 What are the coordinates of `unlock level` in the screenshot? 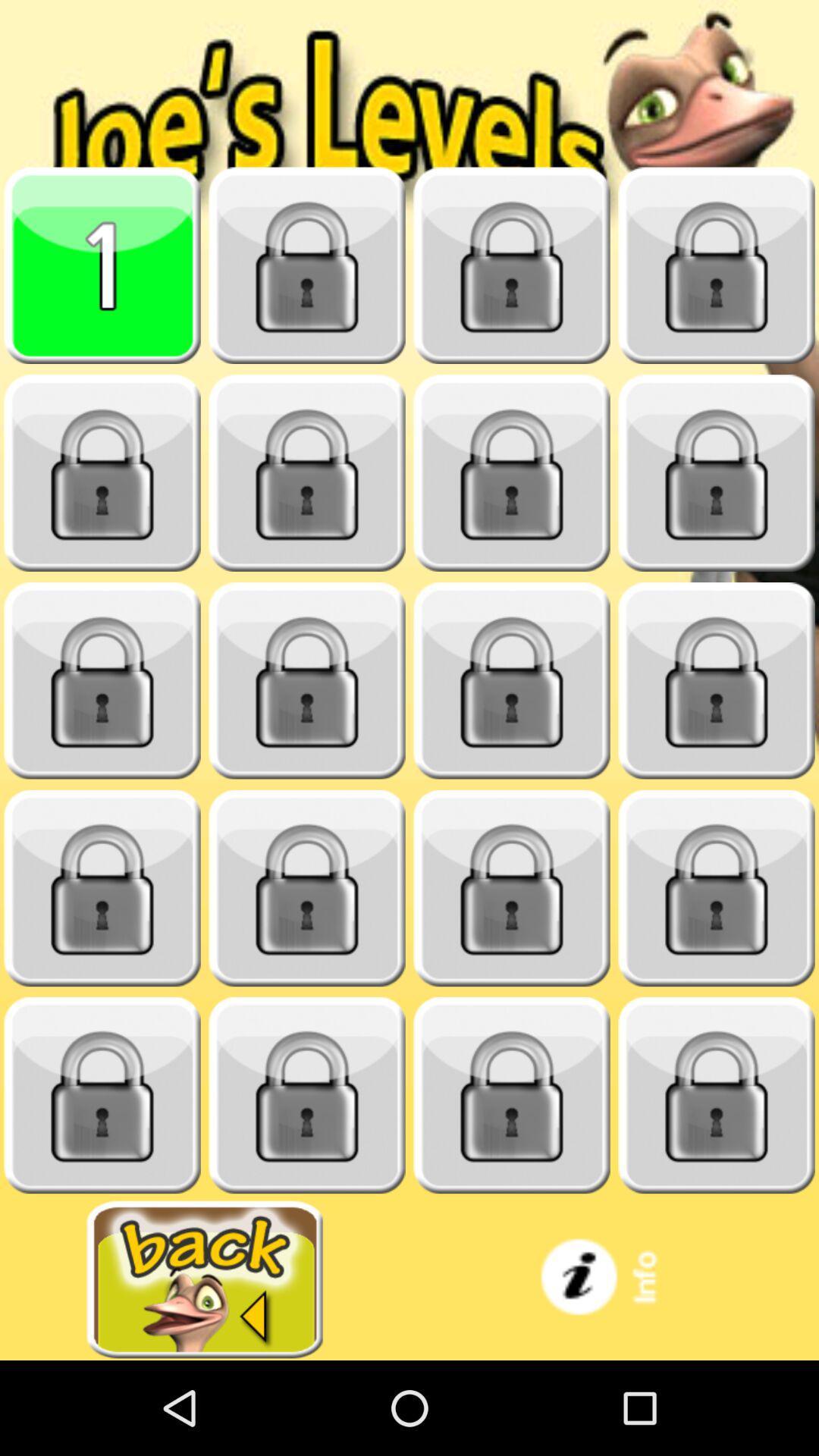 It's located at (512, 680).